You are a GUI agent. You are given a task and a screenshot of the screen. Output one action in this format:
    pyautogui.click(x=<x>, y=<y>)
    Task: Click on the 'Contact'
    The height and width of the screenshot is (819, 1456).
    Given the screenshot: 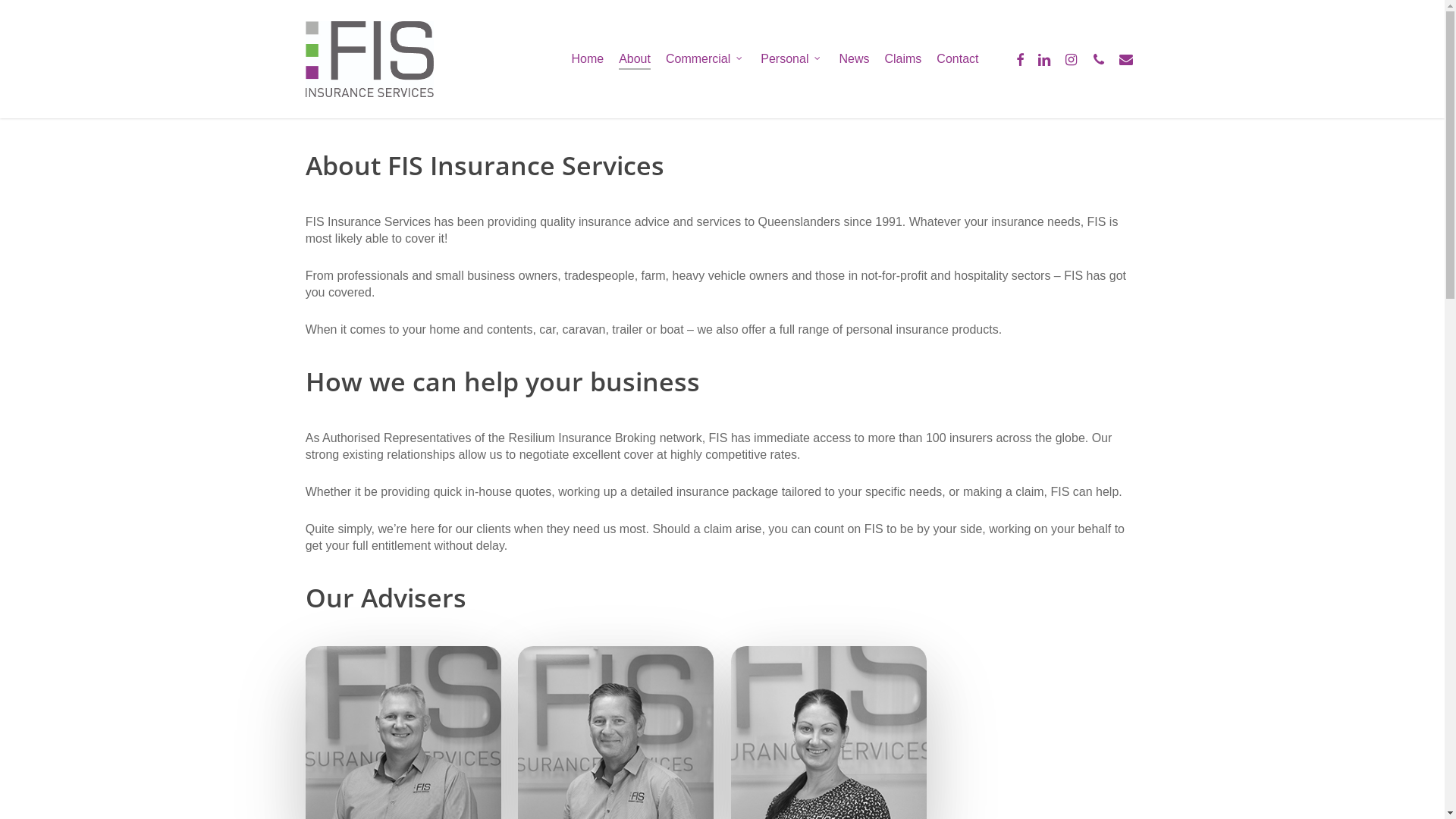 What is the action you would take?
    pyautogui.click(x=956, y=58)
    